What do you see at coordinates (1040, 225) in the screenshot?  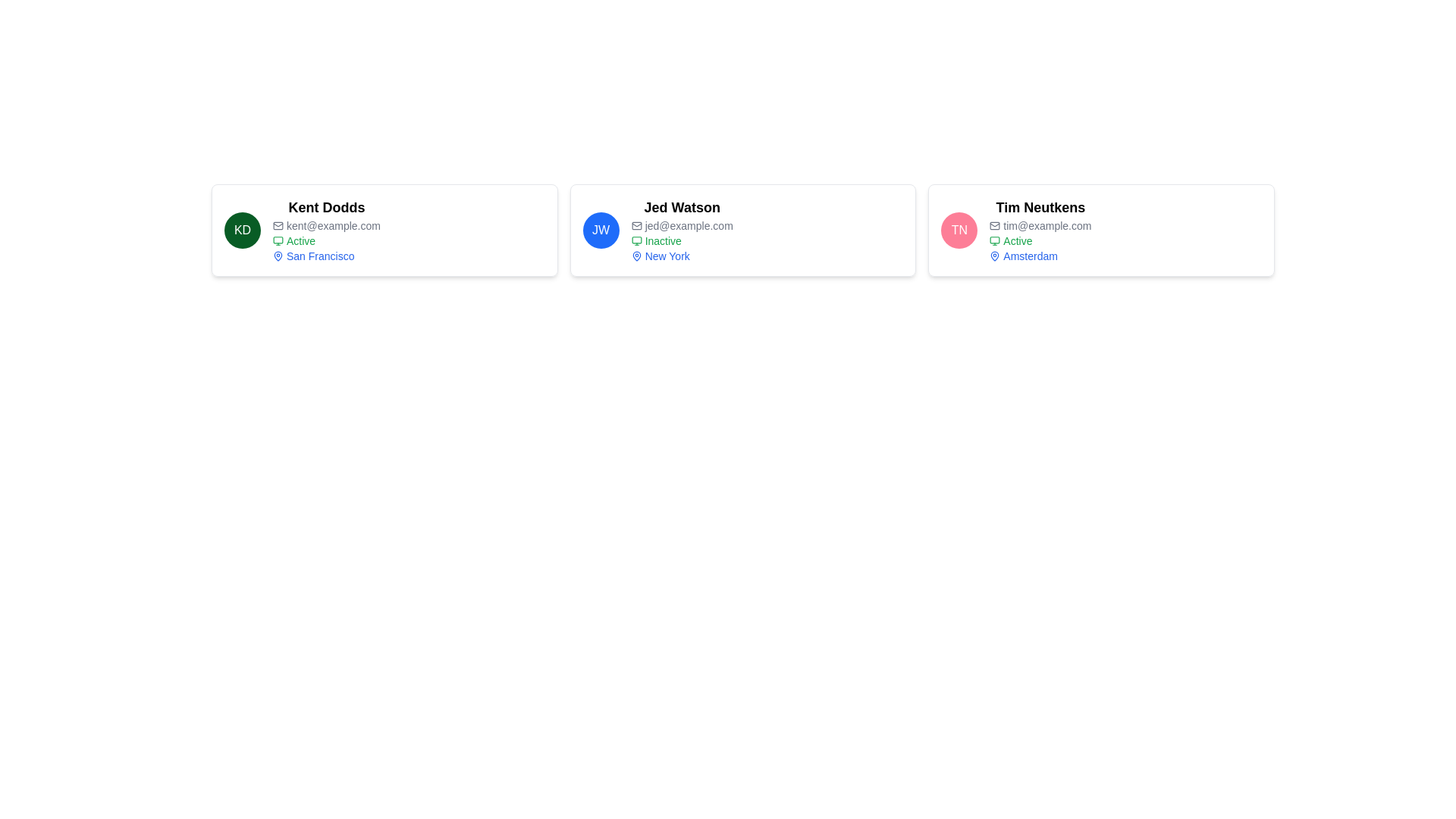 I see `the text display element showing the email address of Tim Neutkens` at bounding box center [1040, 225].